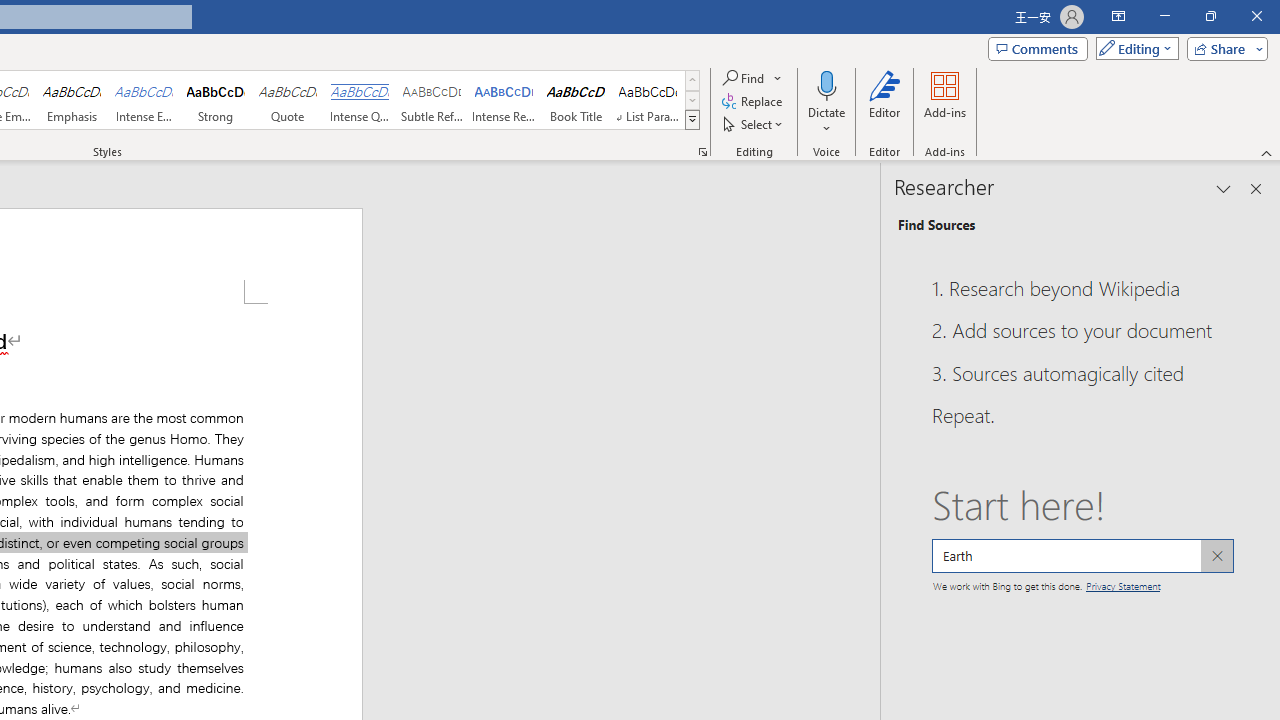  What do you see at coordinates (752, 101) in the screenshot?
I see `'Replace...'` at bounding box center [752, 101].